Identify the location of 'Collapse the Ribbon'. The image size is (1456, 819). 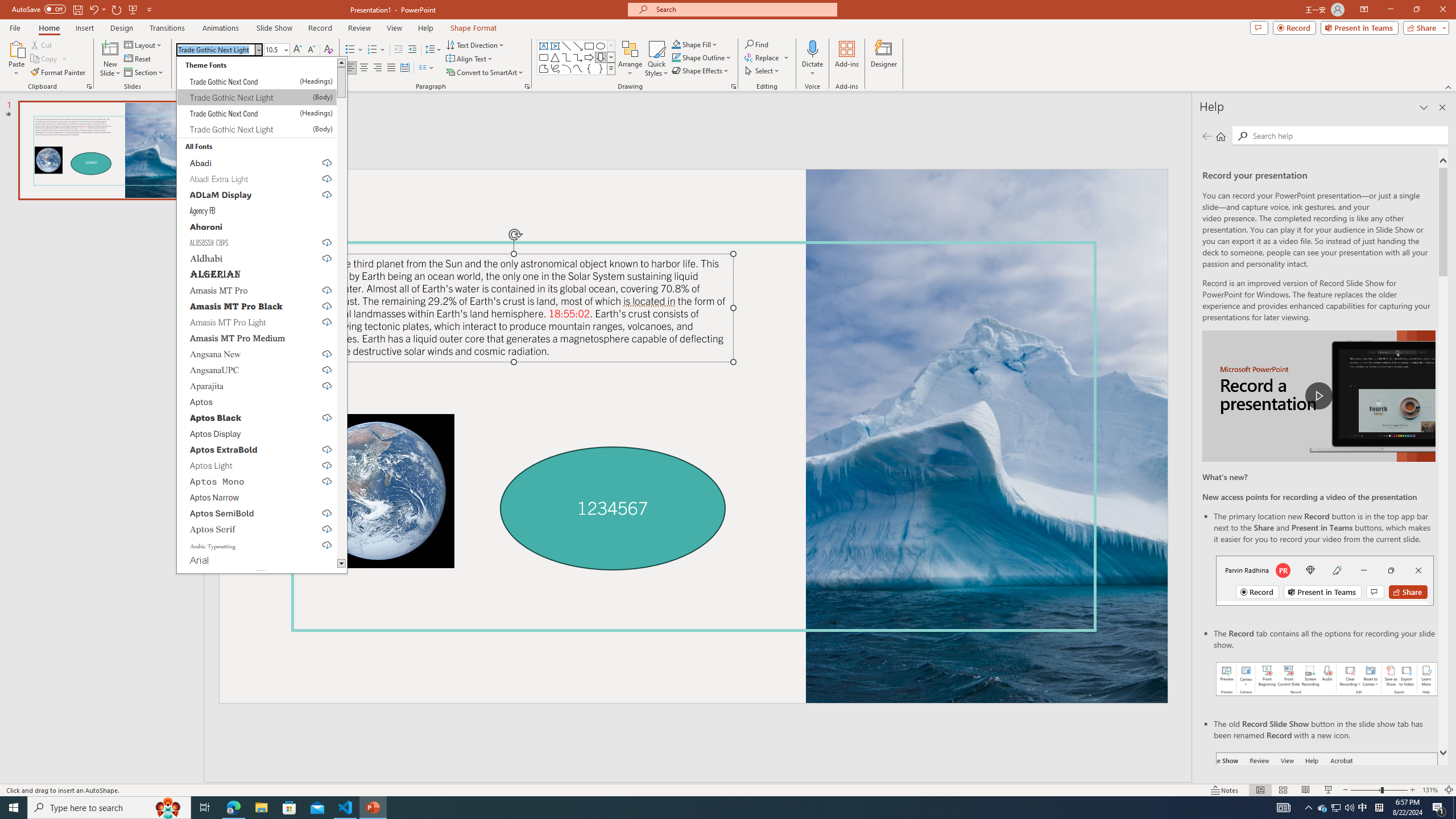
(1449, 87).